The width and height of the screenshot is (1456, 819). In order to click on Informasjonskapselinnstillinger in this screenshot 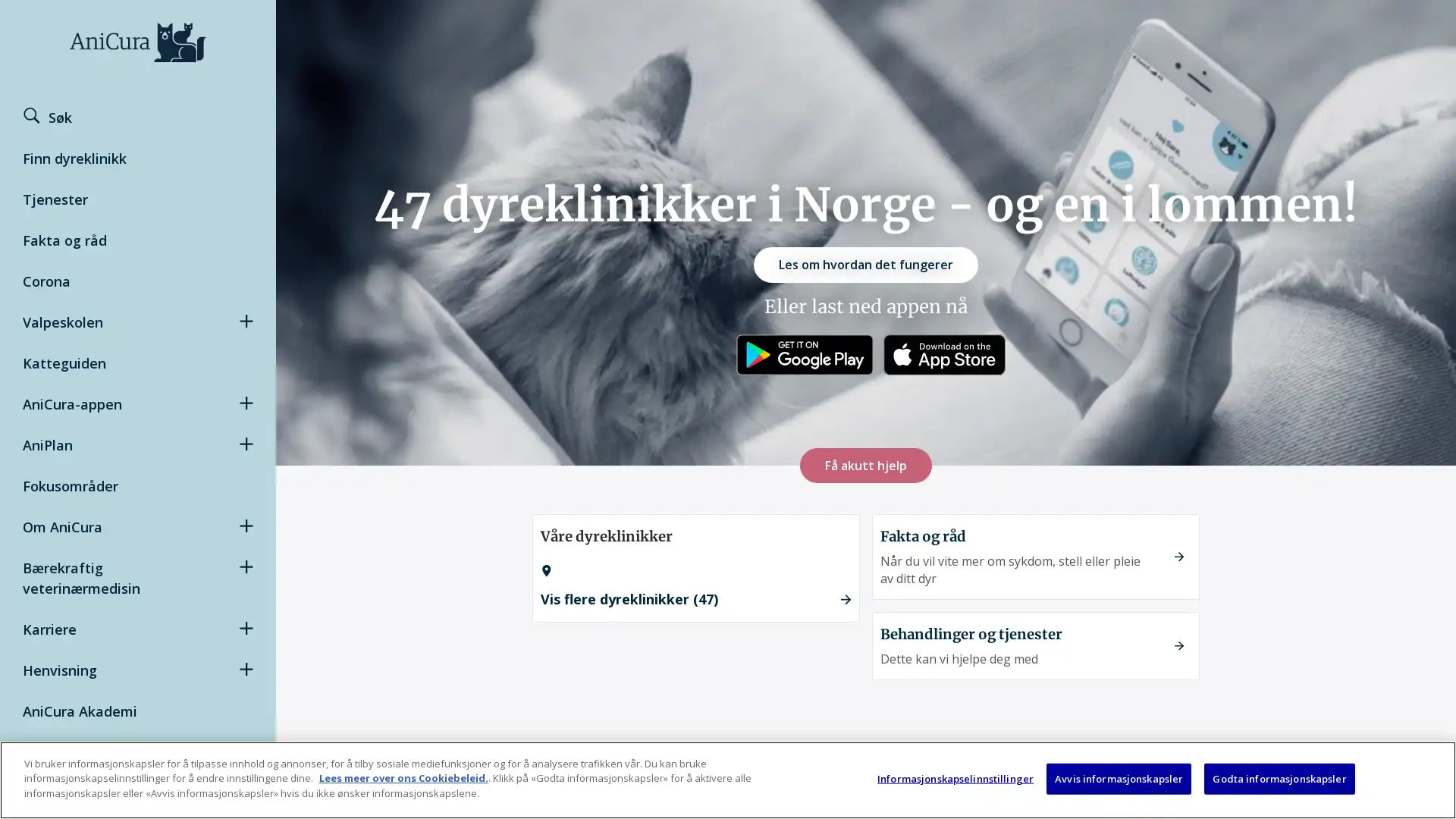, I will do `click(954, 778)`.